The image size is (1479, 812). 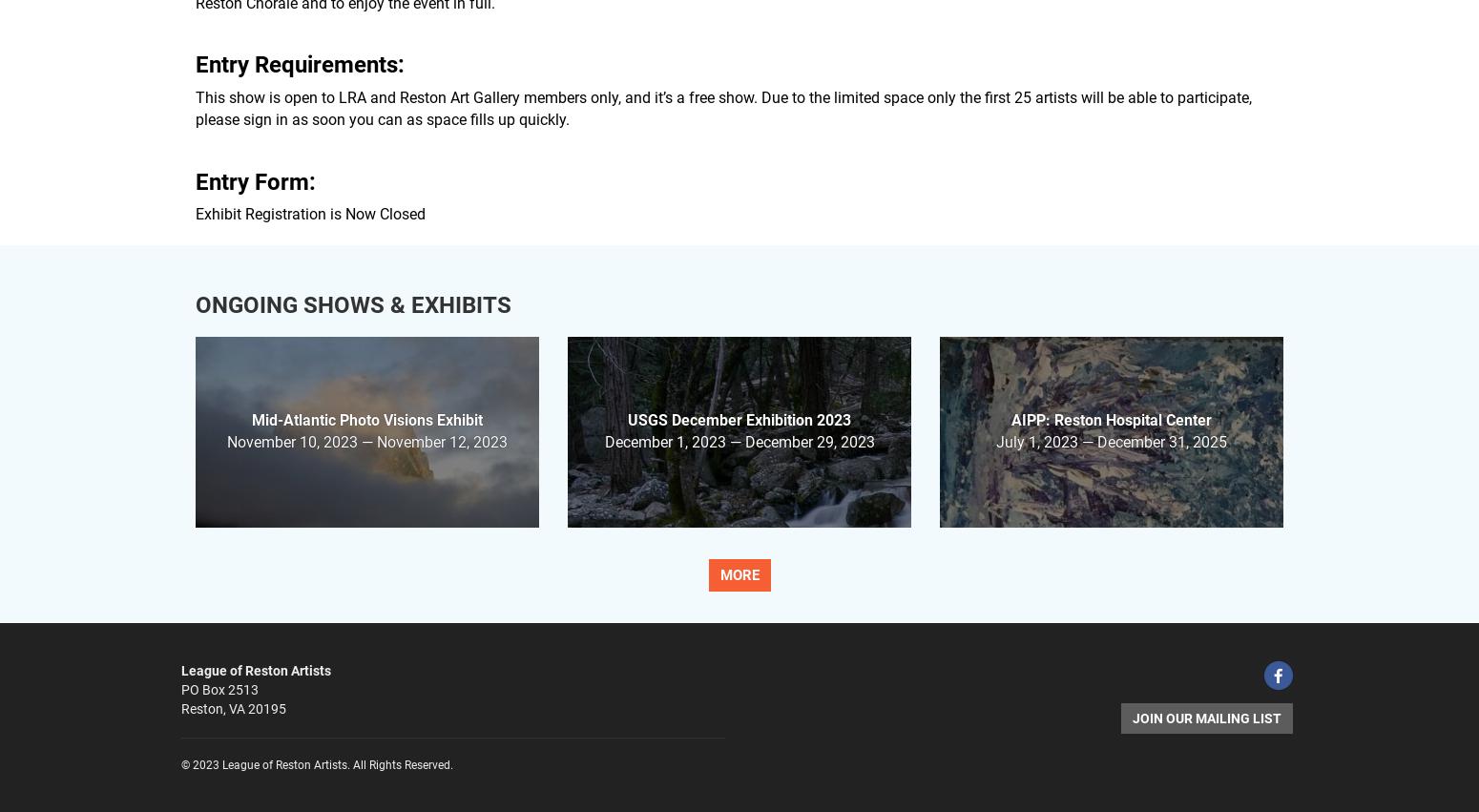 I want to click on 'More', so click(x=739, y=575).